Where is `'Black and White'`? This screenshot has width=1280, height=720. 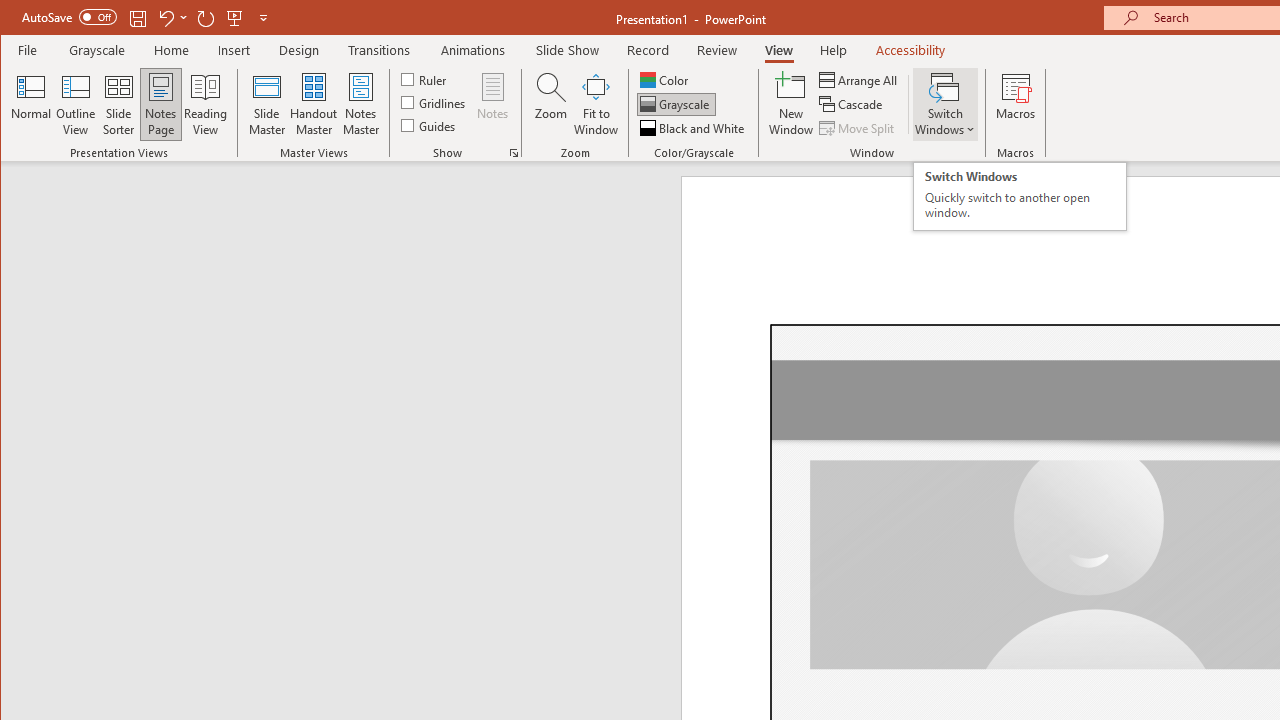 'Black and White' is located at coordinates (694, 128).